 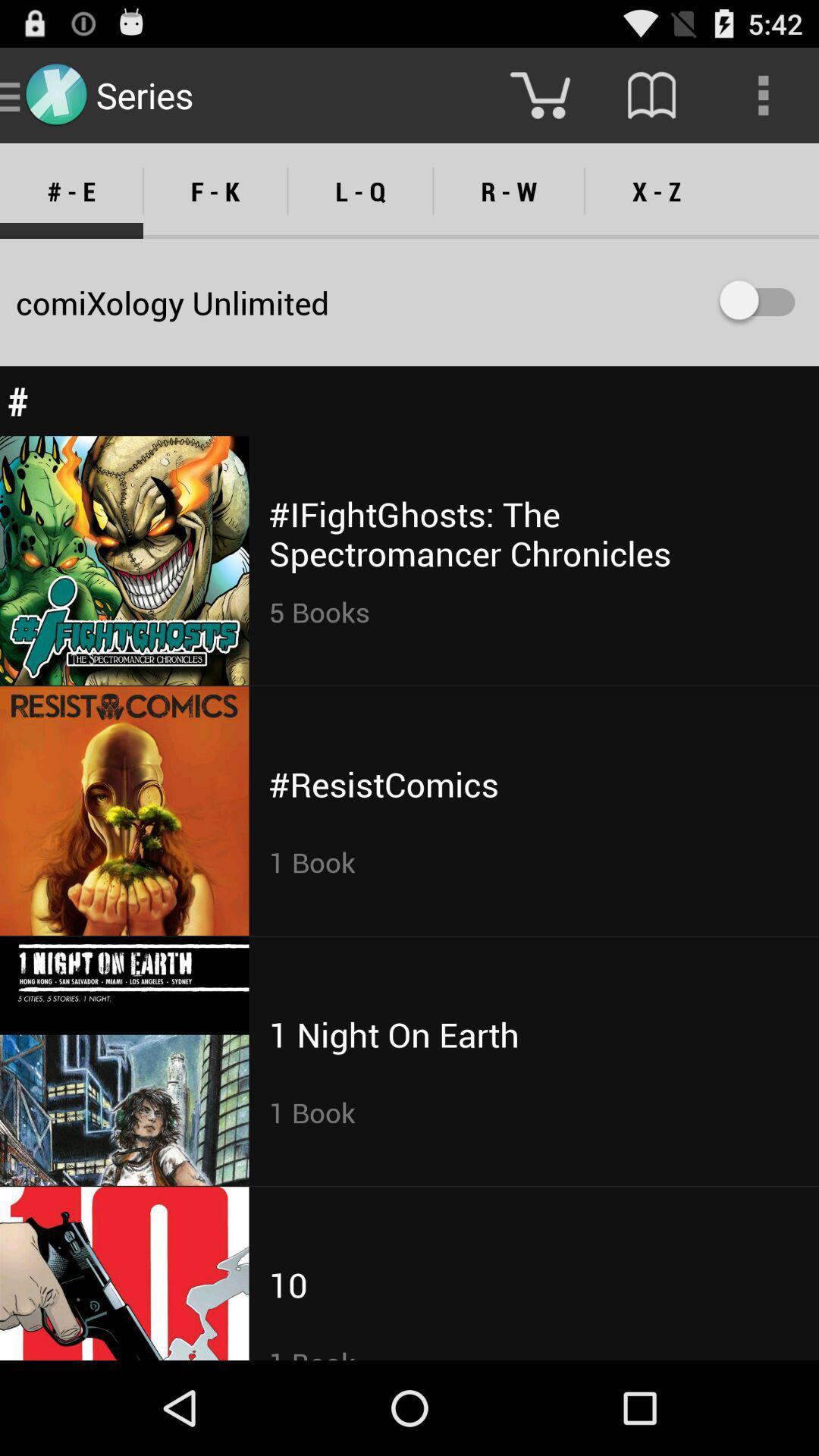 What do you see at coordinates (383, 784) in the screenshot?
I see `#resistcomics item` at bounding box center [383, 784].